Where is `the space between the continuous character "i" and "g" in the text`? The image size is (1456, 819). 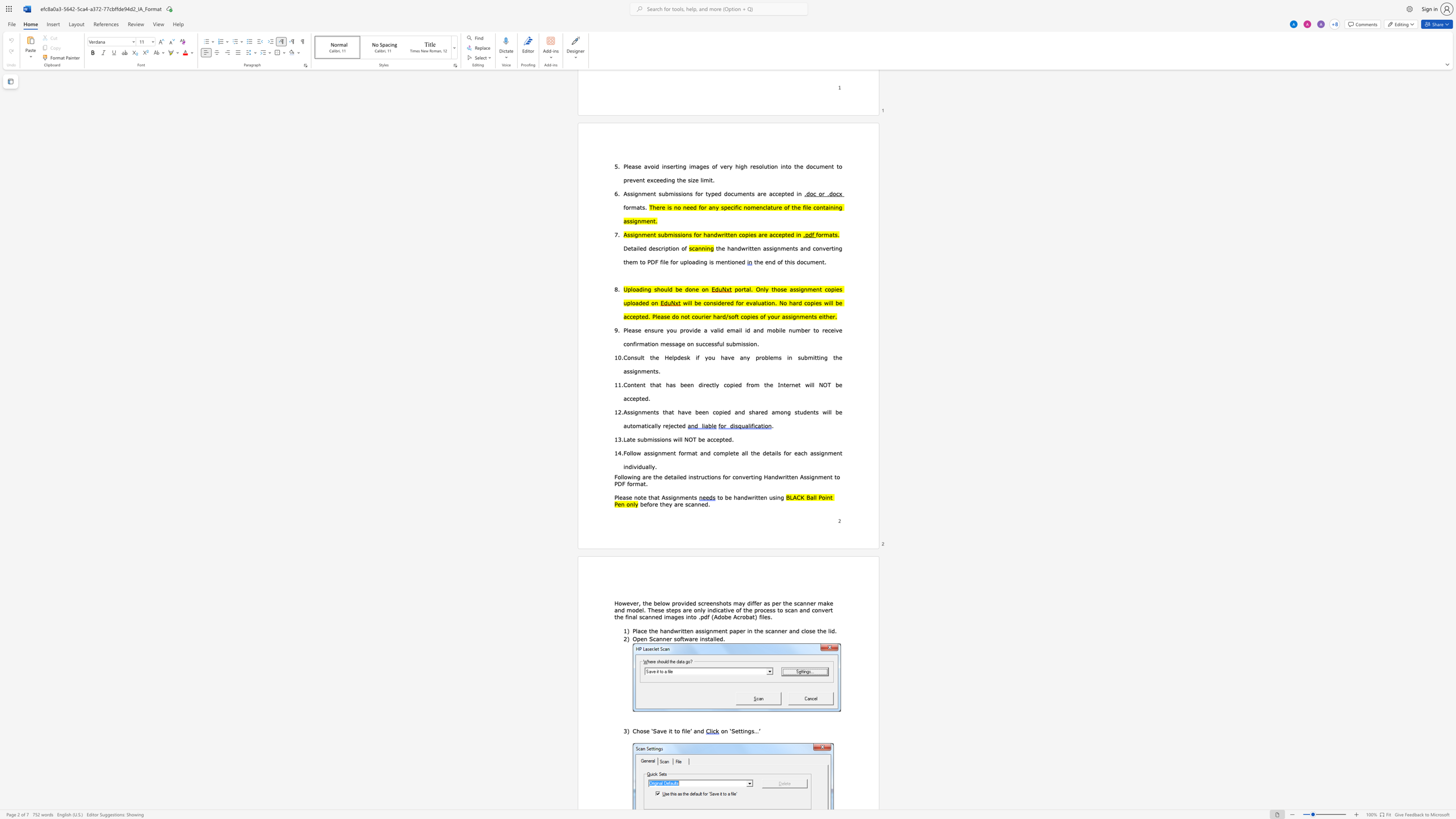
the space between the continuous character "i" and "g" in the text is located at coordinates (706, 631).